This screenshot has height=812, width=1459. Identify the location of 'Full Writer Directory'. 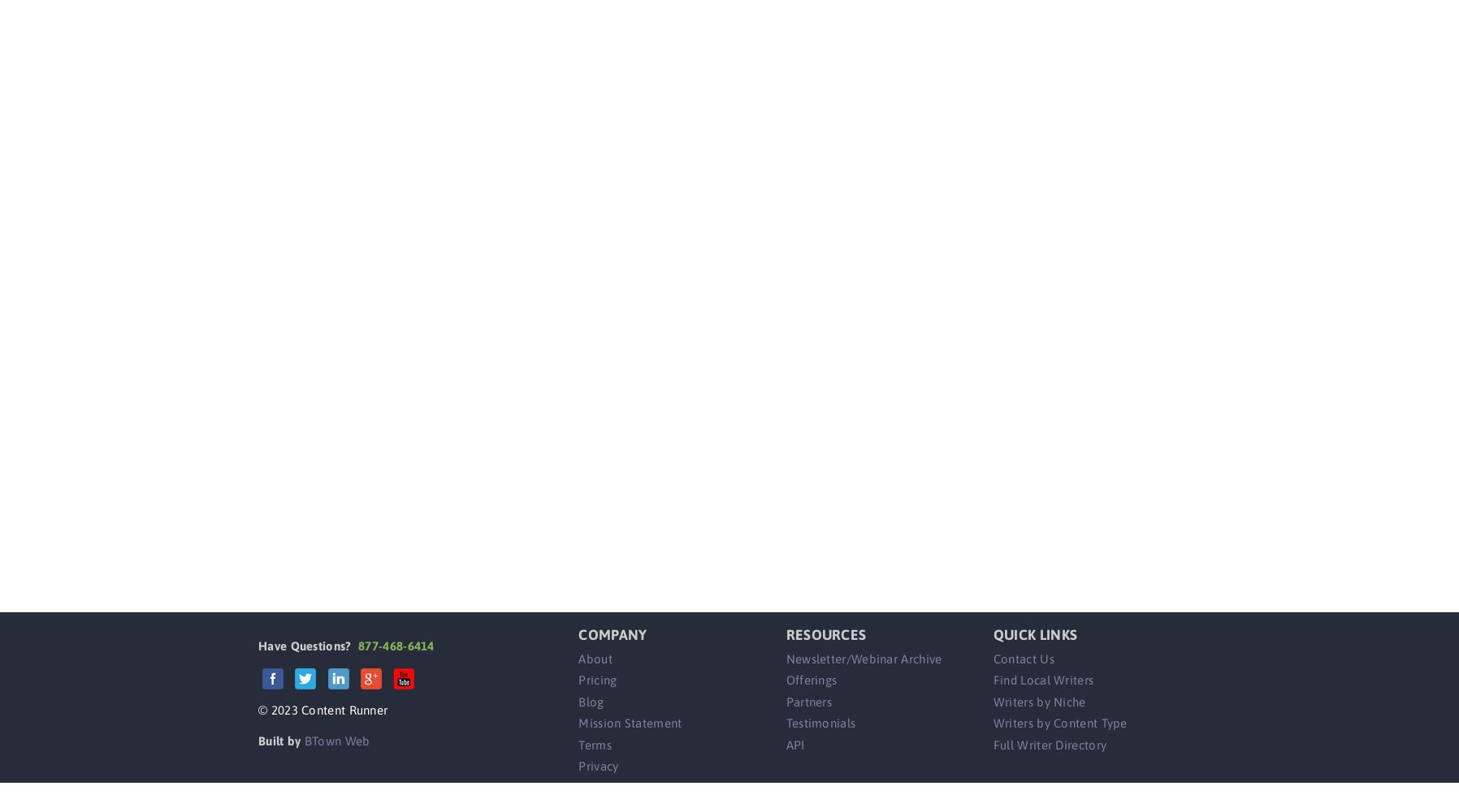
(1050, 744).